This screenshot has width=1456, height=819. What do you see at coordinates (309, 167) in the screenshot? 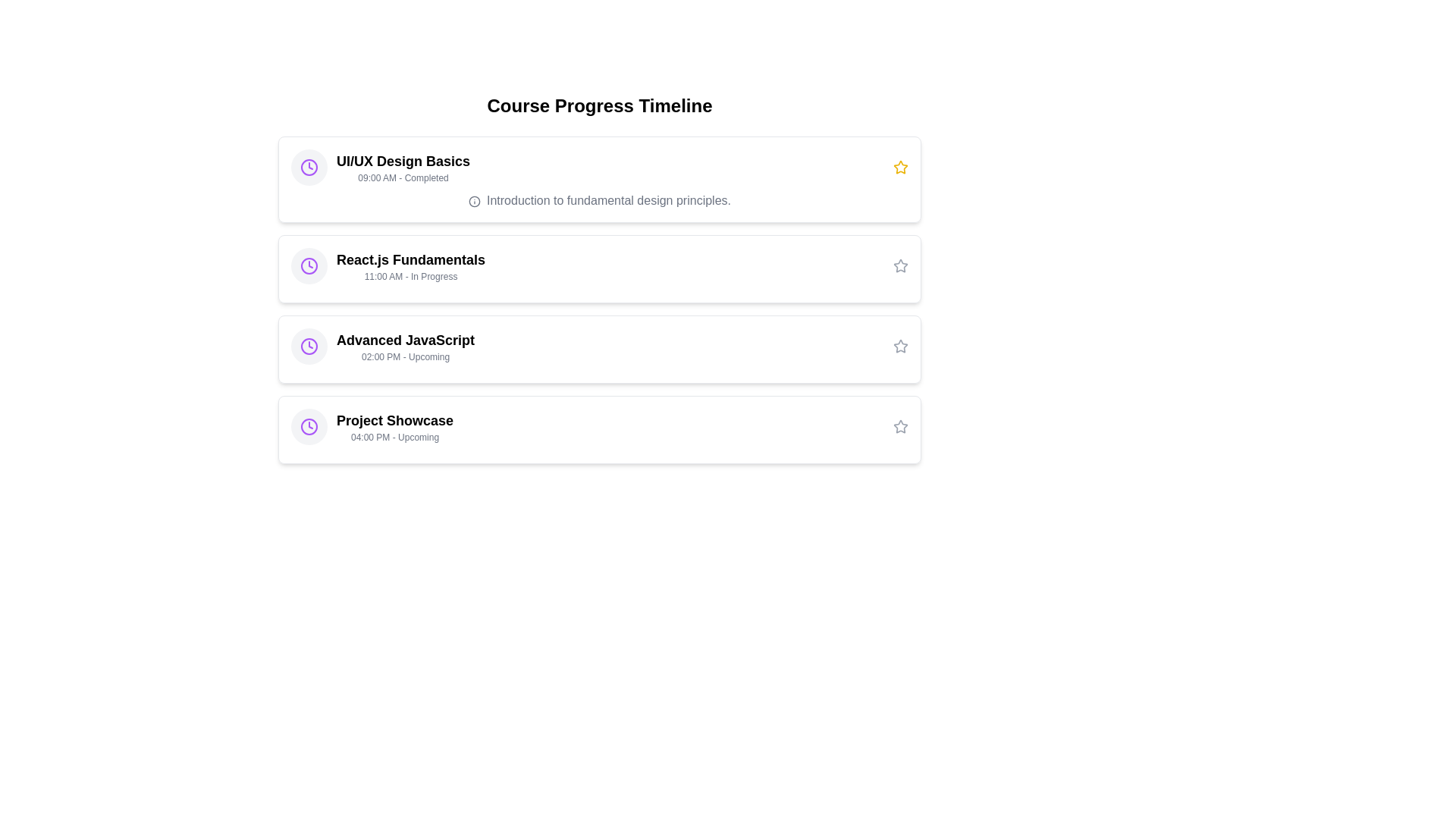
I see `the SVG graphical circle element that represents part of the clock icon for the 'React.js Fundamentals' course` at bounding box center [309, 167].